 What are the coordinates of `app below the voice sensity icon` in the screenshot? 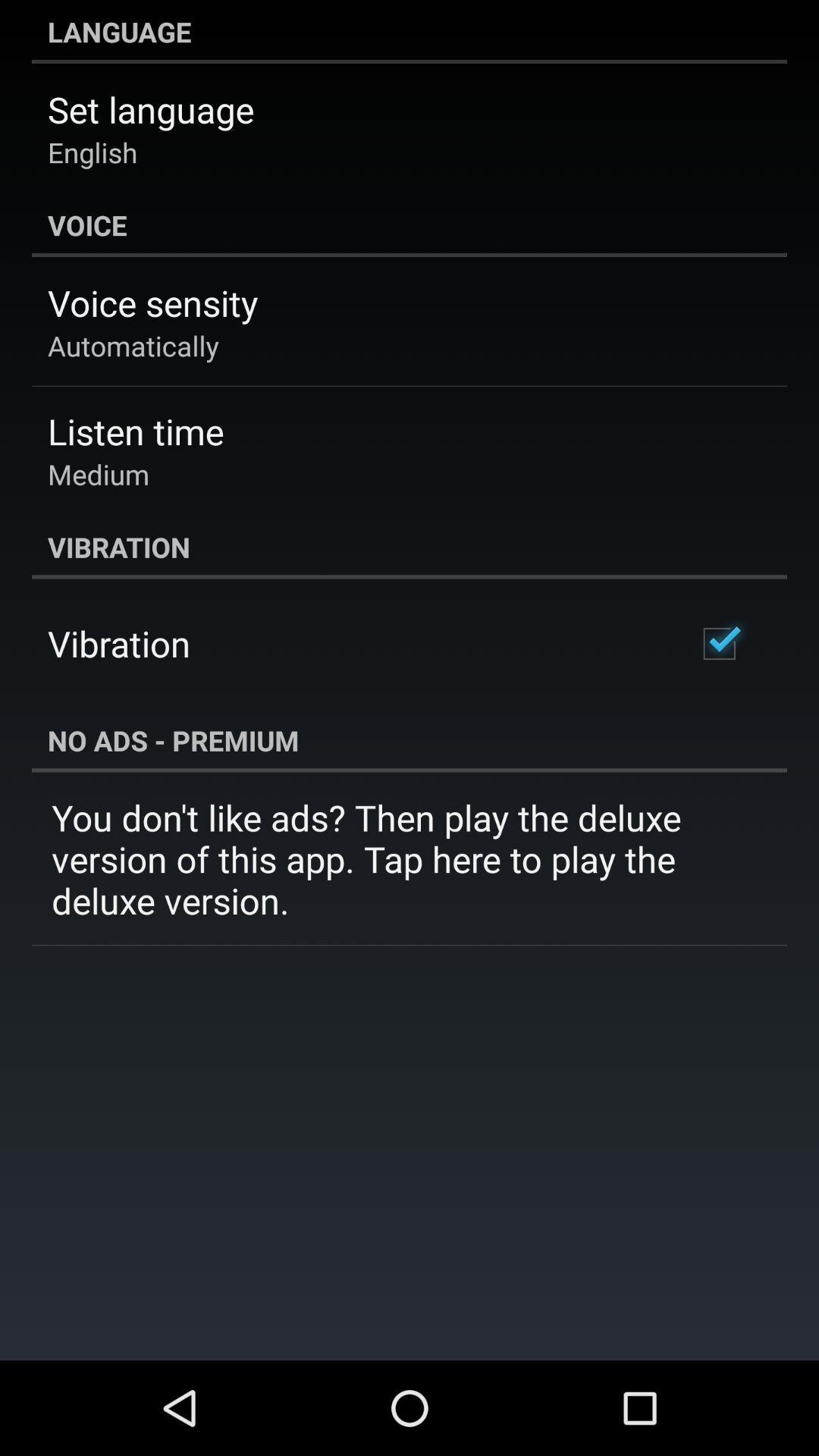 It's located at (132, 345).